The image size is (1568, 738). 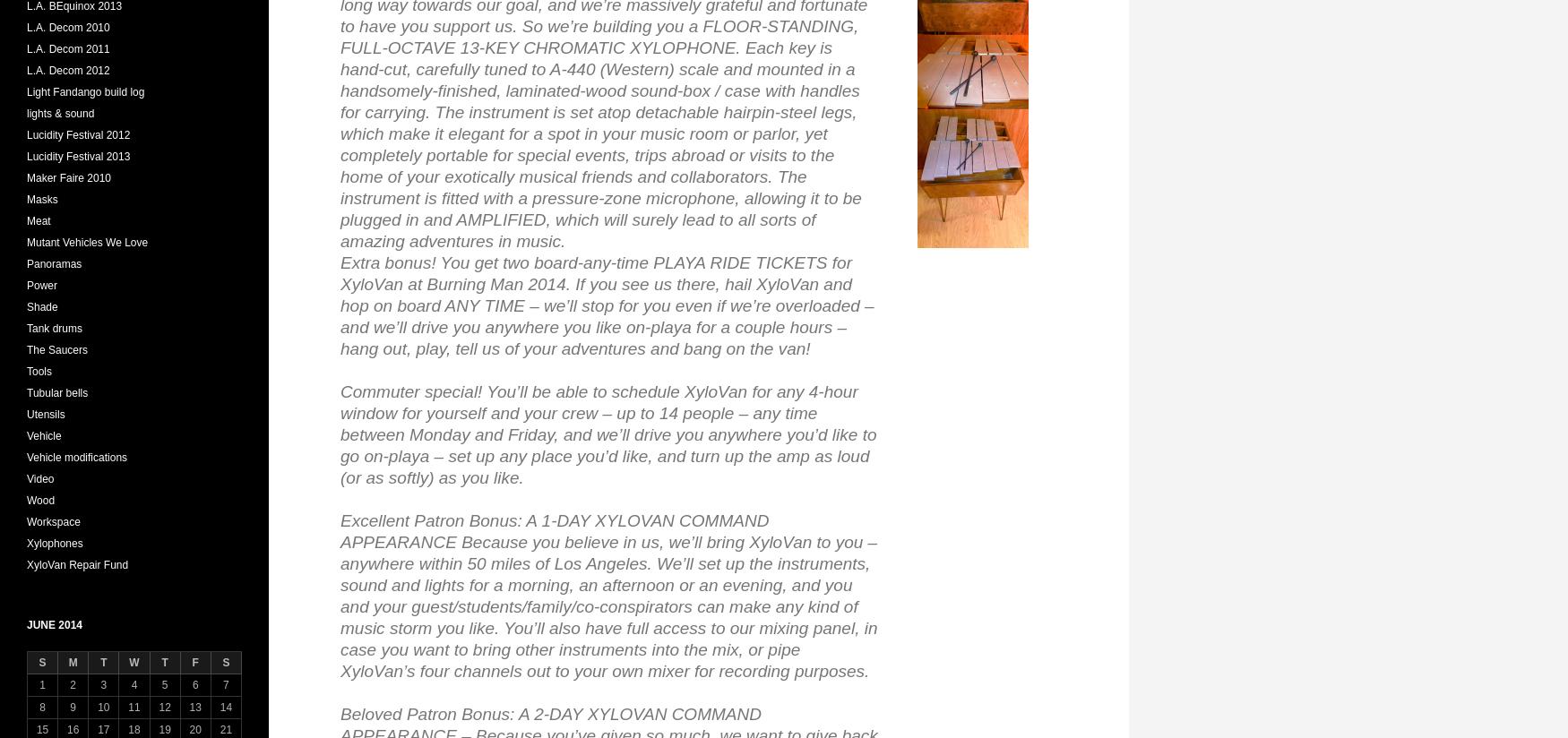 What do you see at coordinates (43, 434) in the screenshot?
I see `'Vehicle'` at bounding box center [43, 434].